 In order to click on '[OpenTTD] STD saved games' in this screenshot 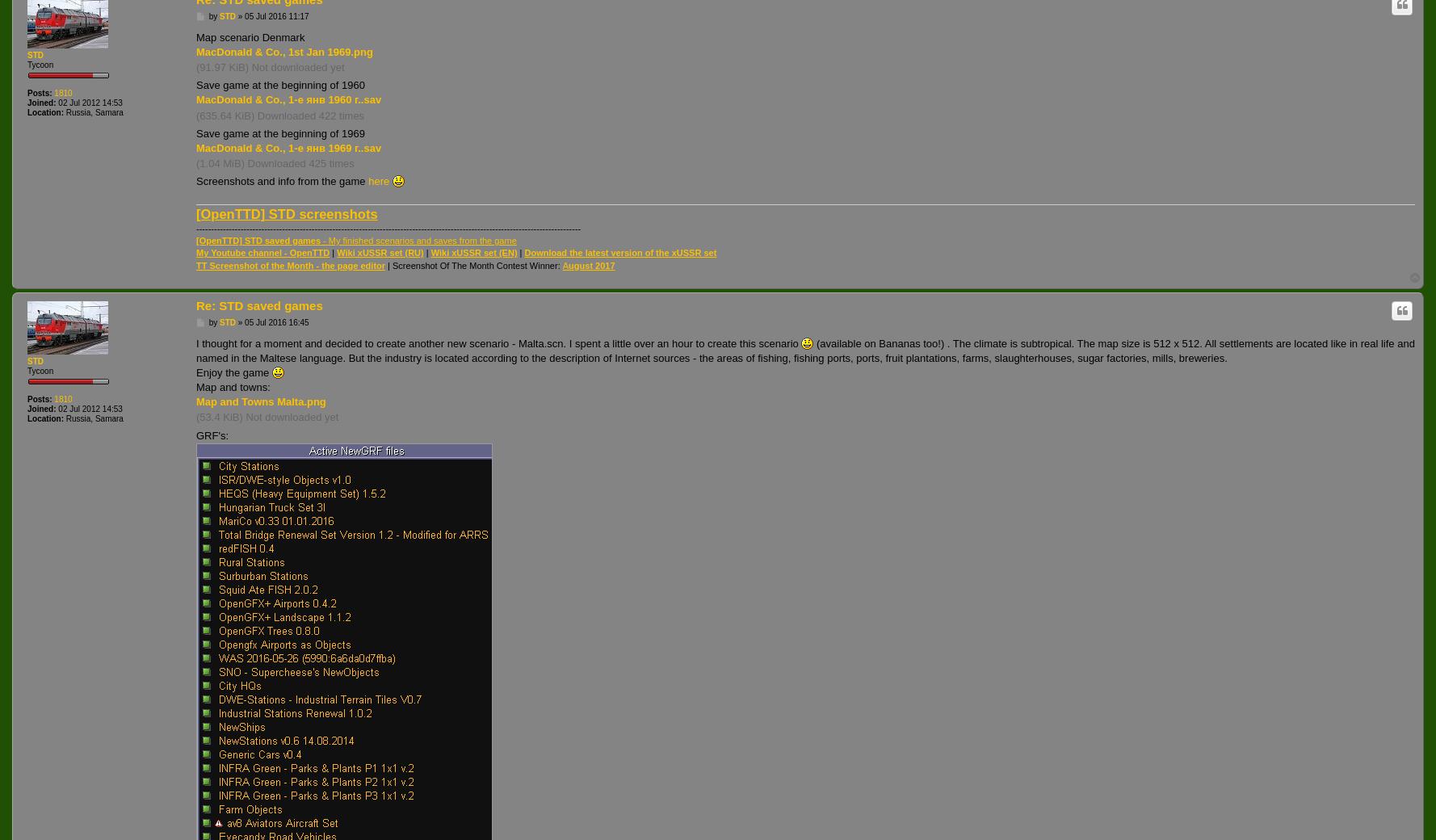, I will do `click(258, 239)`.